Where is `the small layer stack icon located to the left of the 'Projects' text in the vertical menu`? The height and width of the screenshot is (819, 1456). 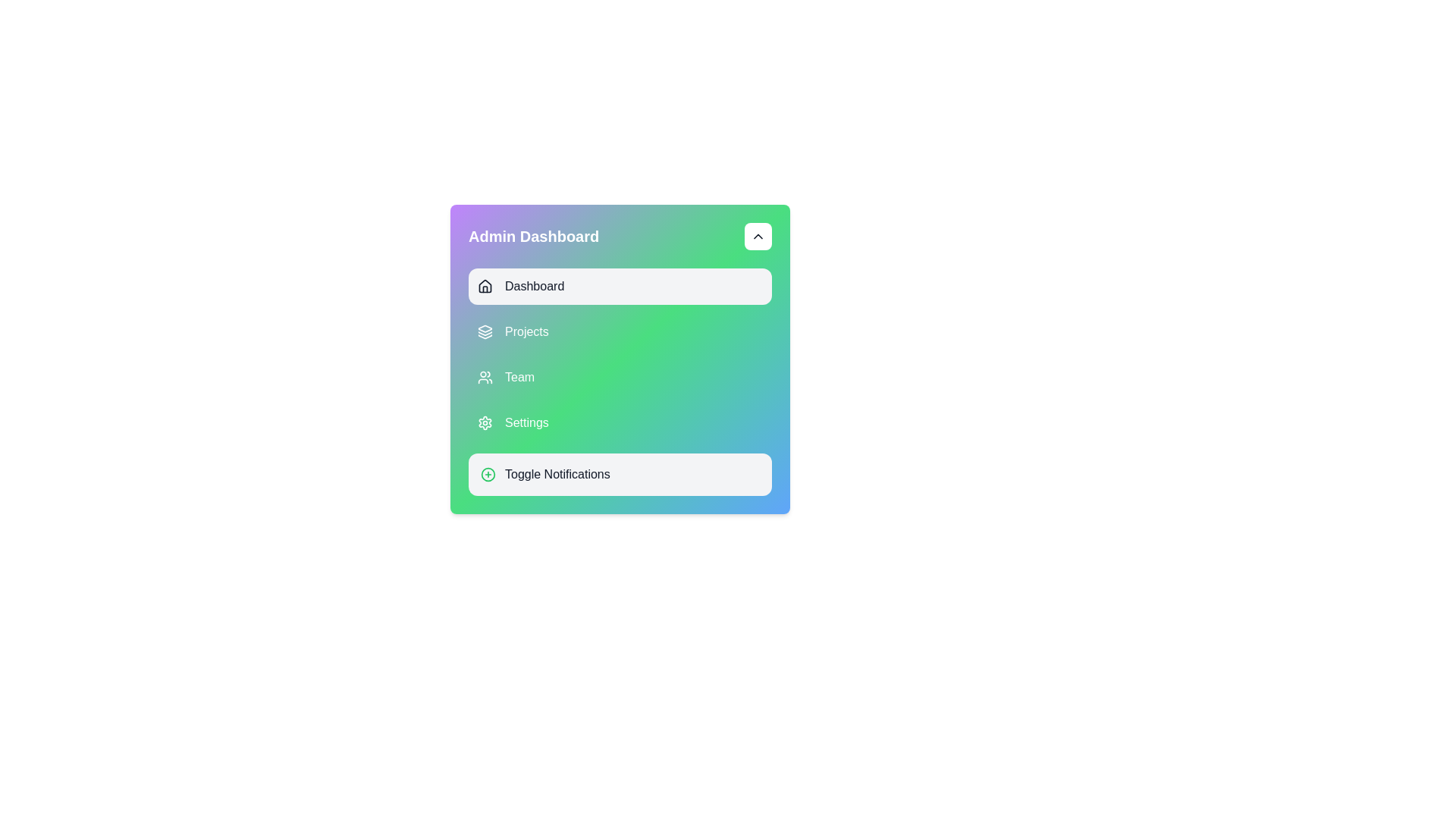
the small layer stack icon located to the left of the 'Projects' text in the vertical menu is located at coordinates (484, 331).